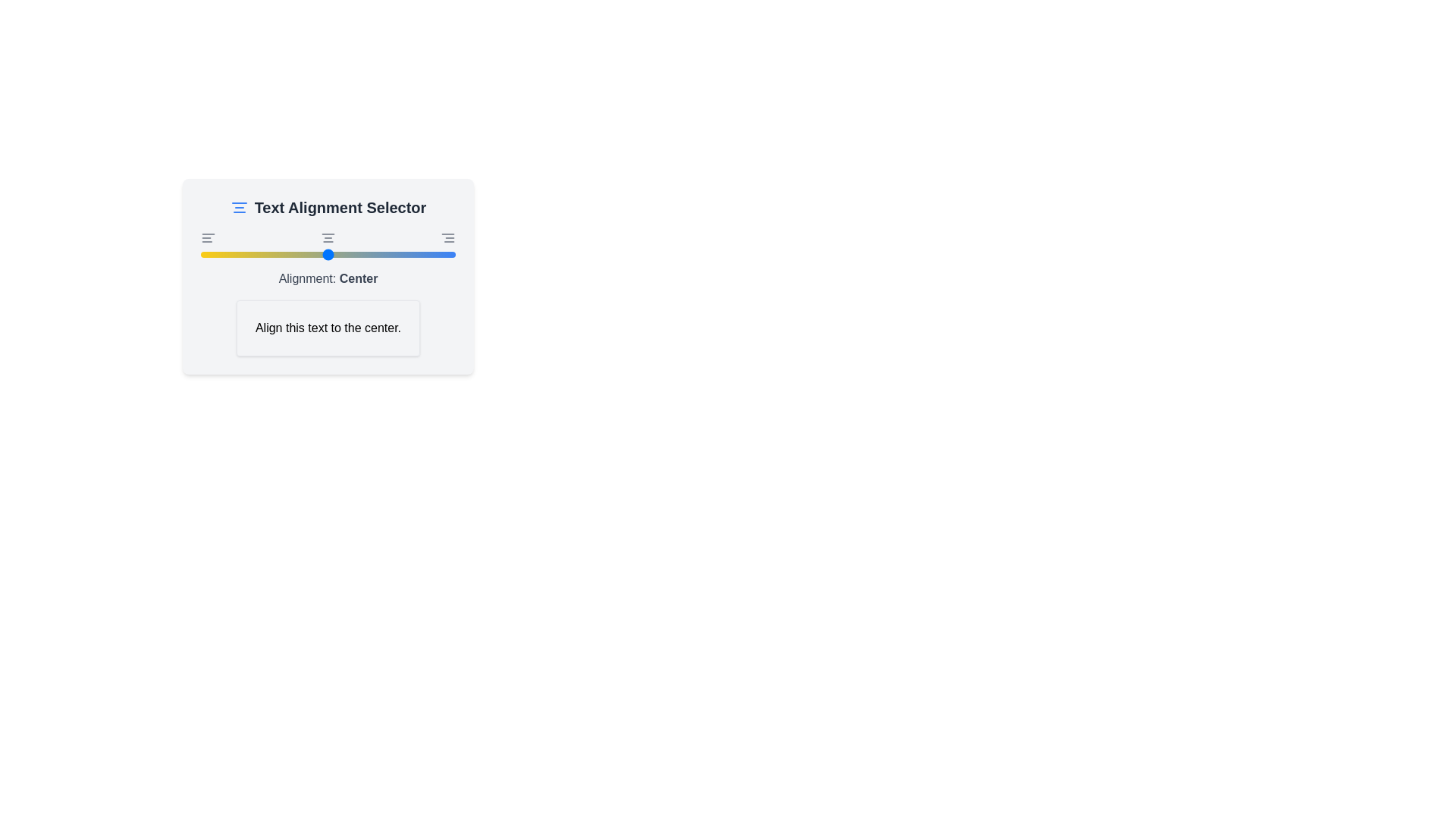 The image size is (1456, 819). I want to click on the alignment to 1 by moving the slider, so click(327, 253).